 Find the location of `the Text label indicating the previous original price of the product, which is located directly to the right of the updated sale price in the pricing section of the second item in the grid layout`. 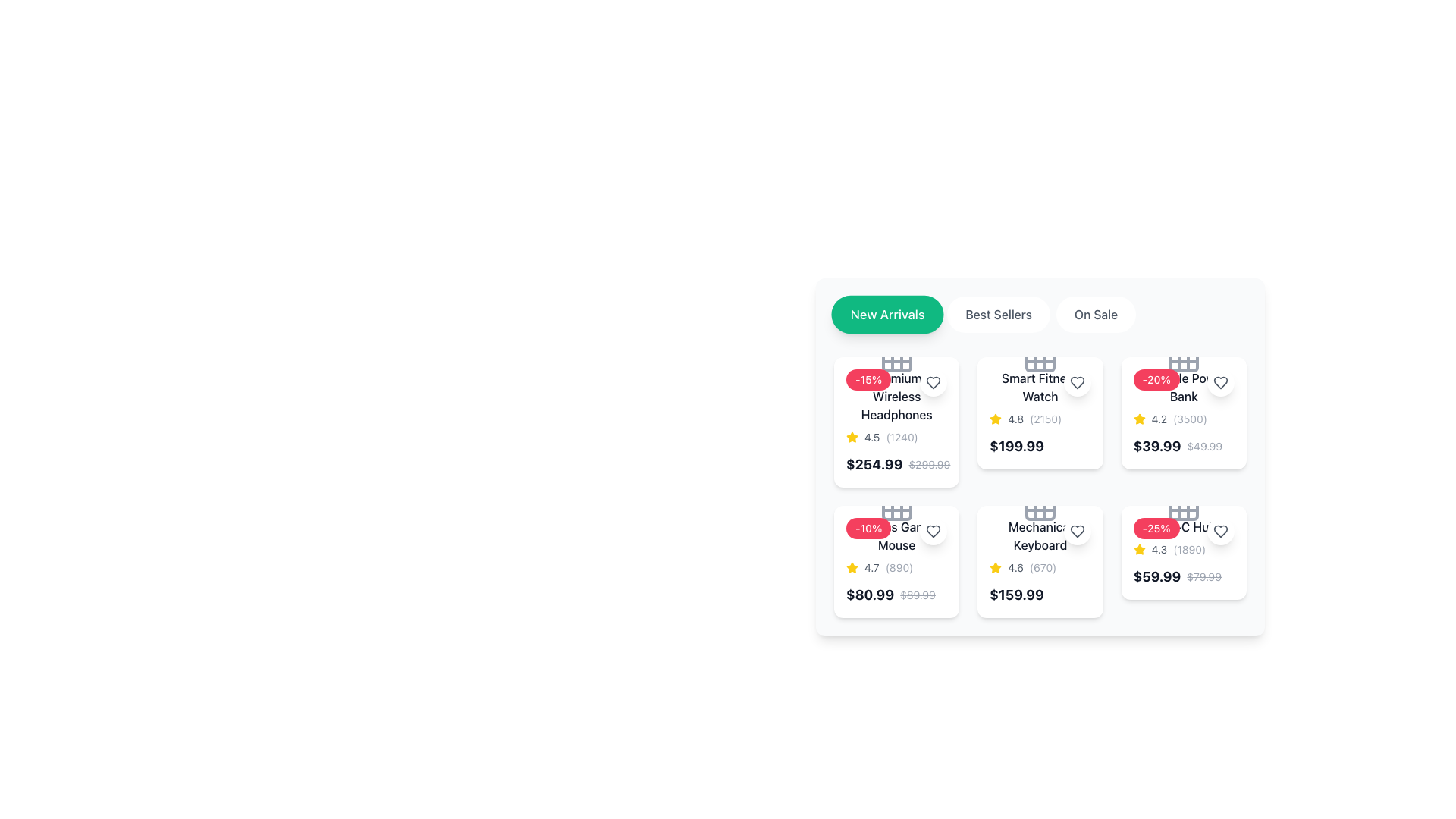

the Text label indicating the previous original price of the product, which is located directly to the right of the updated sale price in the pricing section of the second item in the grid layout is located at coordinates (917, 595).